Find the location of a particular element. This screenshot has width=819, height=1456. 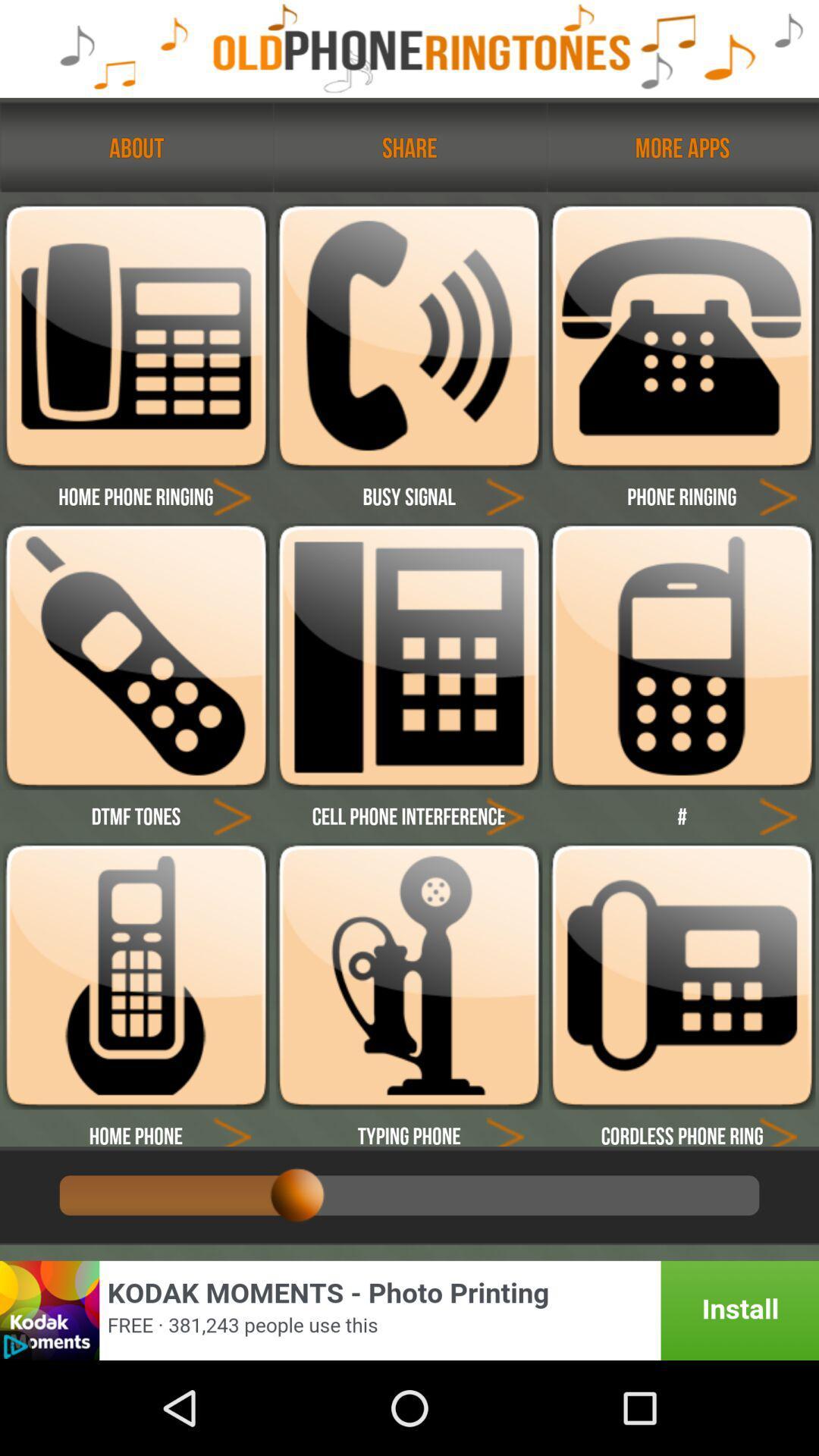

ringtone selection is located at coordinates (135, 656).